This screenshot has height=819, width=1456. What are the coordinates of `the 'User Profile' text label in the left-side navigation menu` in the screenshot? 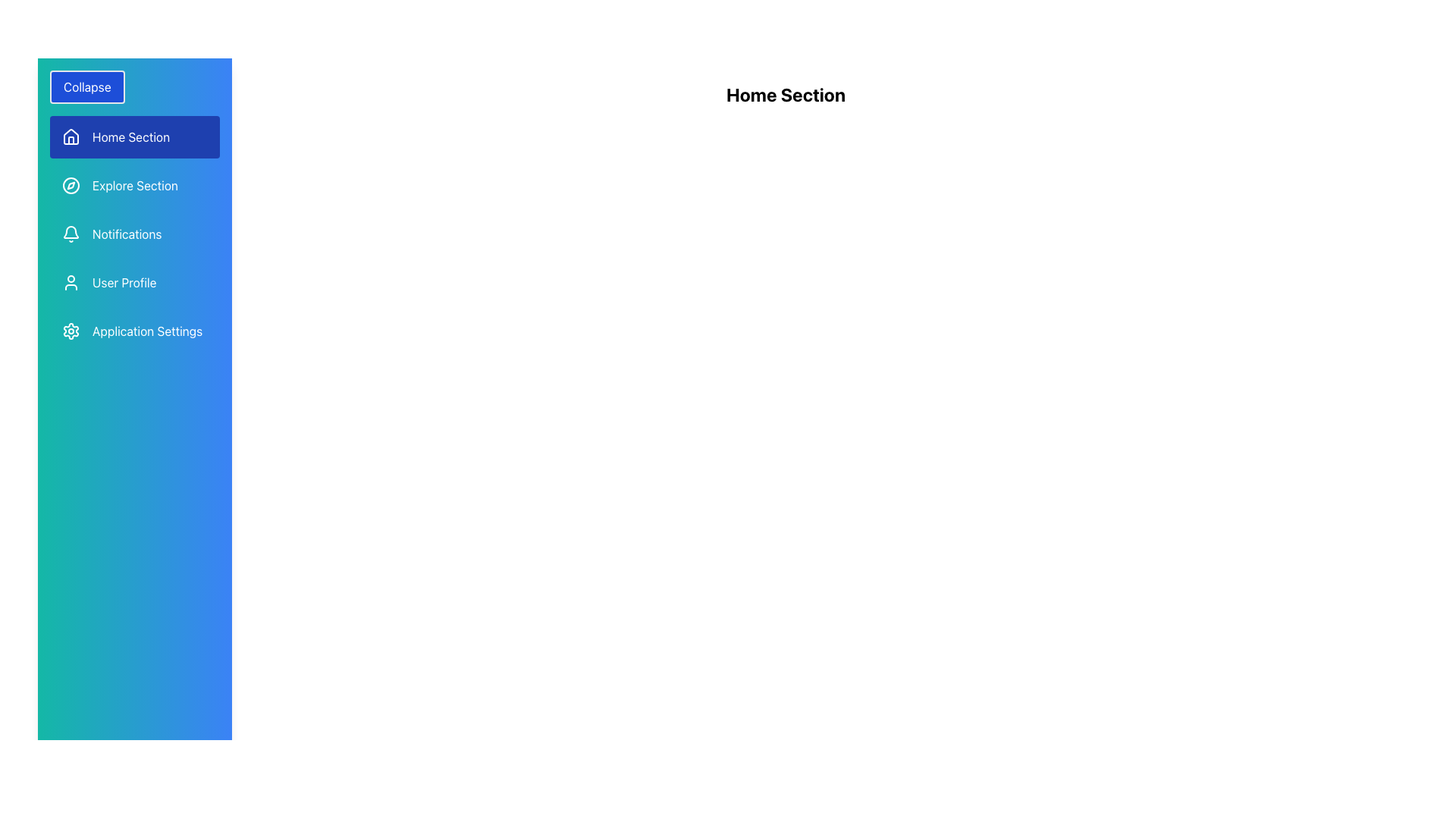 It's located at (124, 283).